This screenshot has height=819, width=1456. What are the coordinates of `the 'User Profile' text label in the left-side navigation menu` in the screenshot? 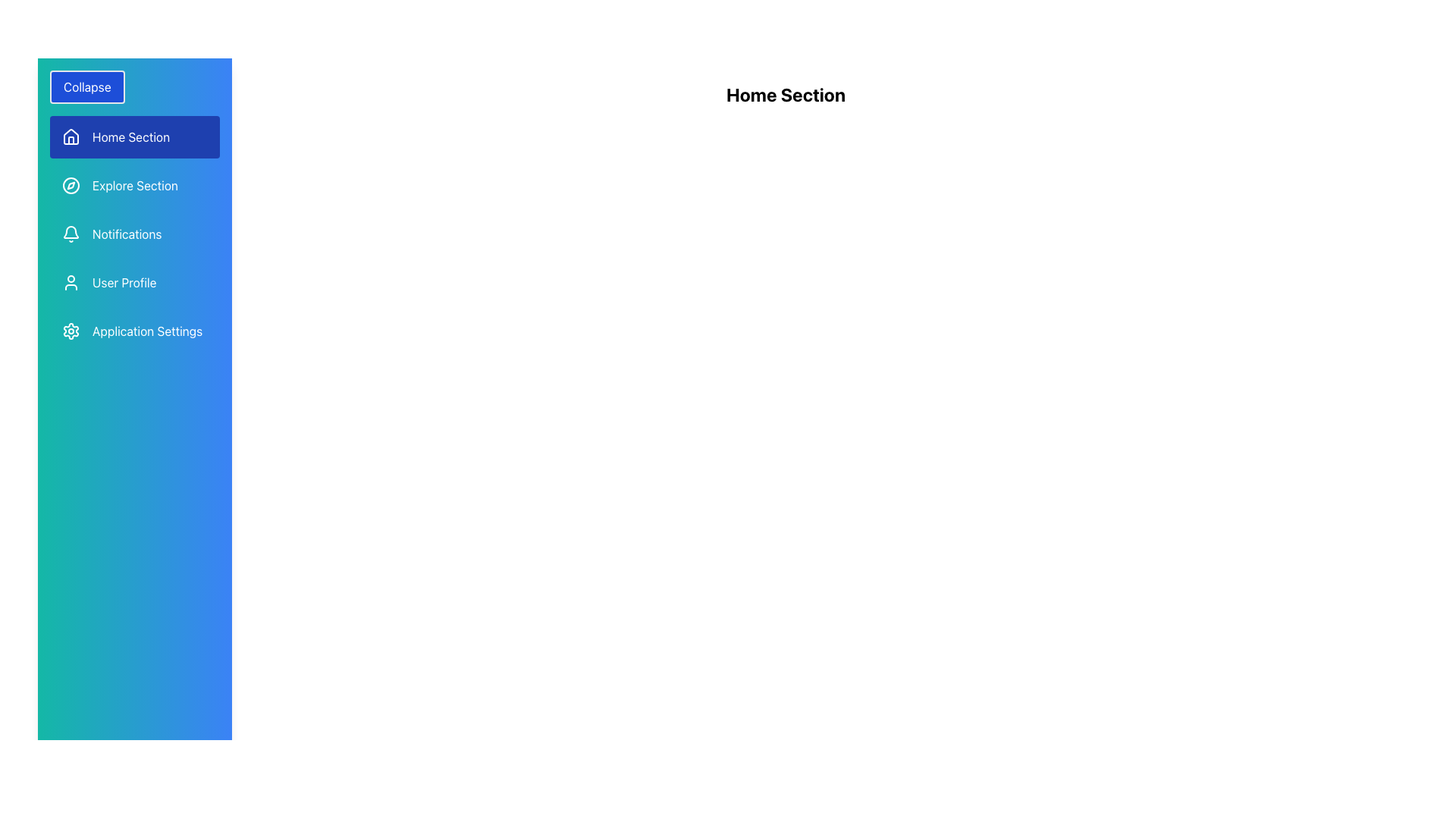 It's located at (124, 283).